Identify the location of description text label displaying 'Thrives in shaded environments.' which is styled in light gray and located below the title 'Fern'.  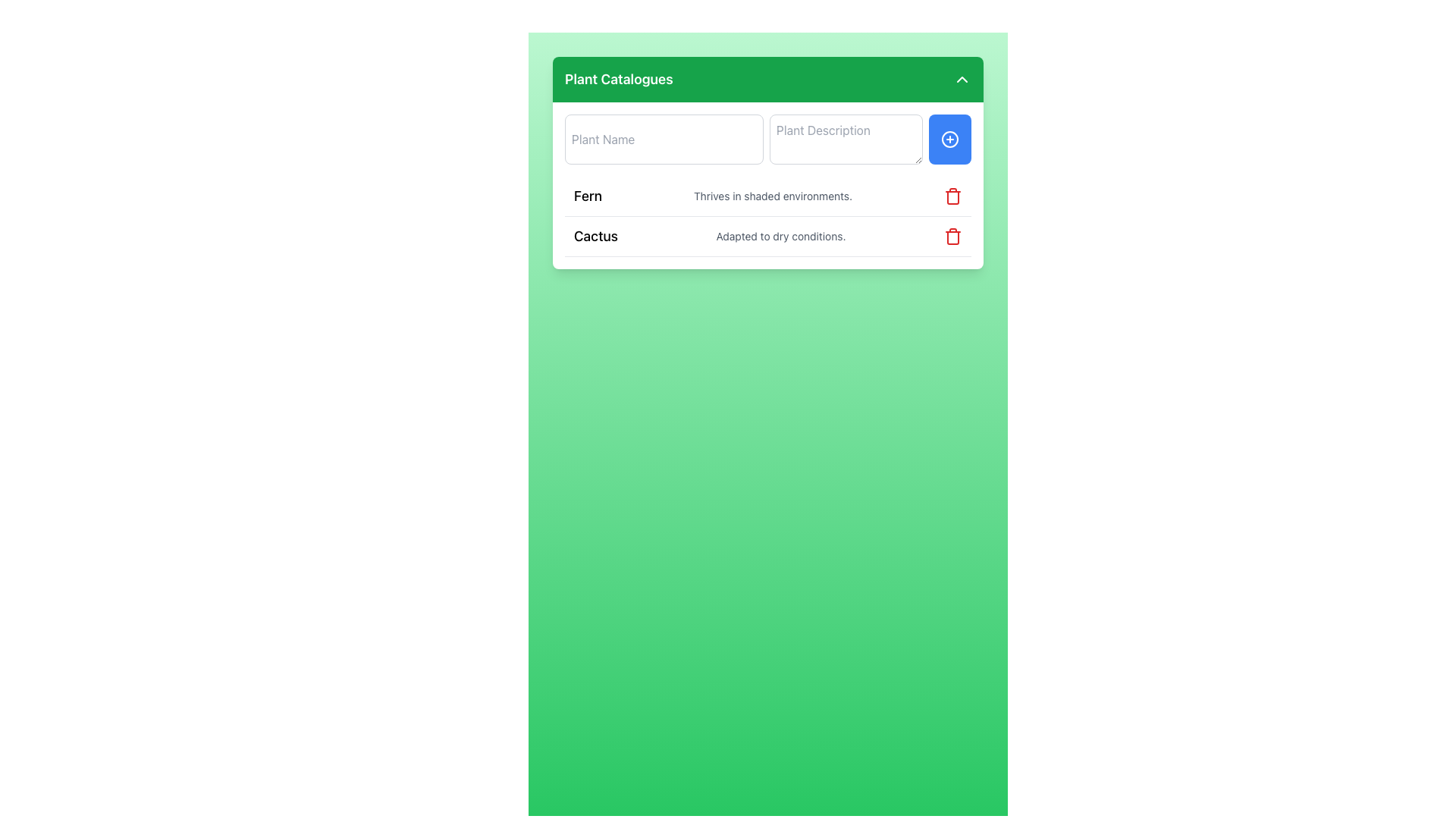
(773, 195).